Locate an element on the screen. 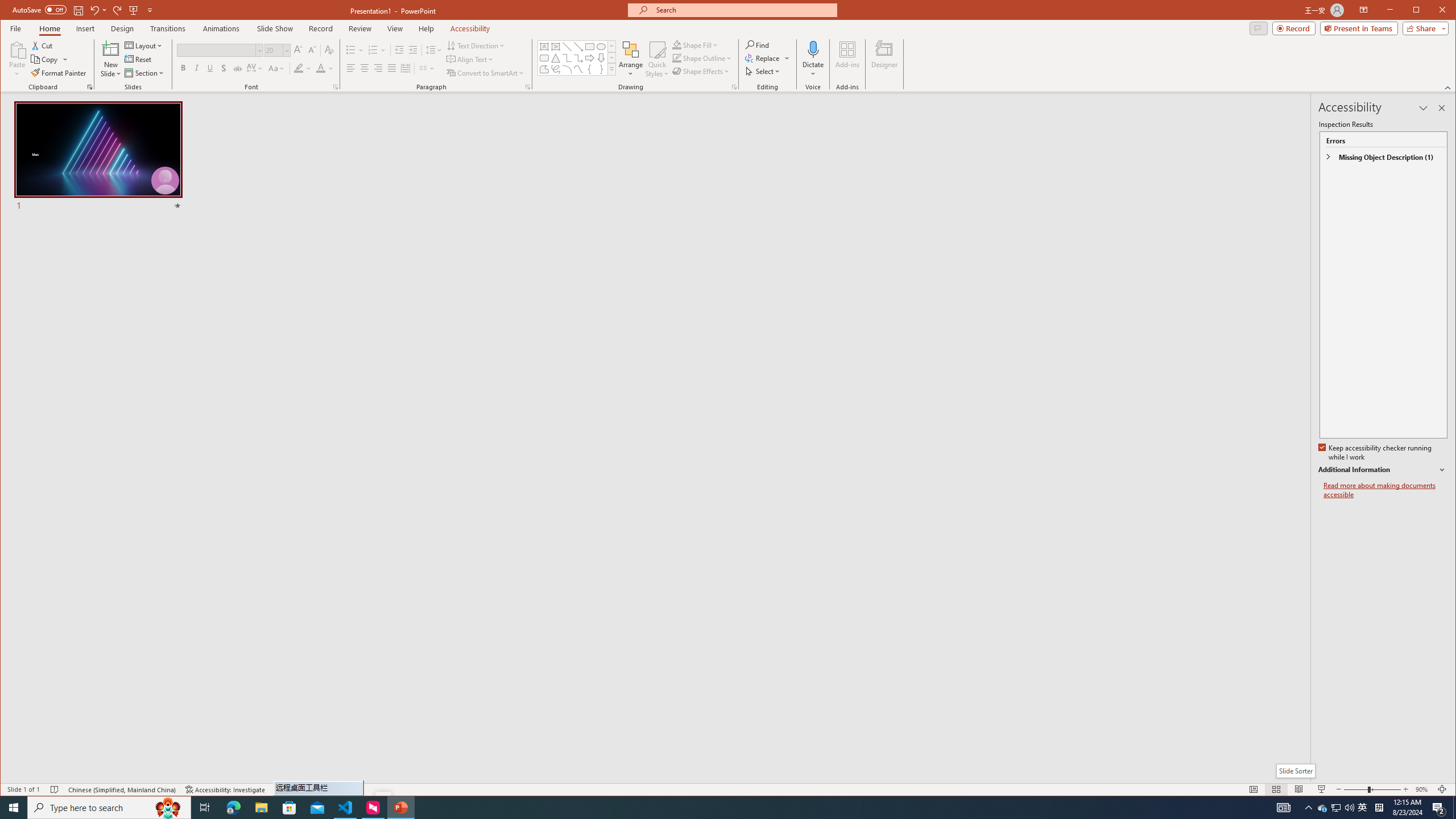  'Font...' is located at coordinates (336, 87).